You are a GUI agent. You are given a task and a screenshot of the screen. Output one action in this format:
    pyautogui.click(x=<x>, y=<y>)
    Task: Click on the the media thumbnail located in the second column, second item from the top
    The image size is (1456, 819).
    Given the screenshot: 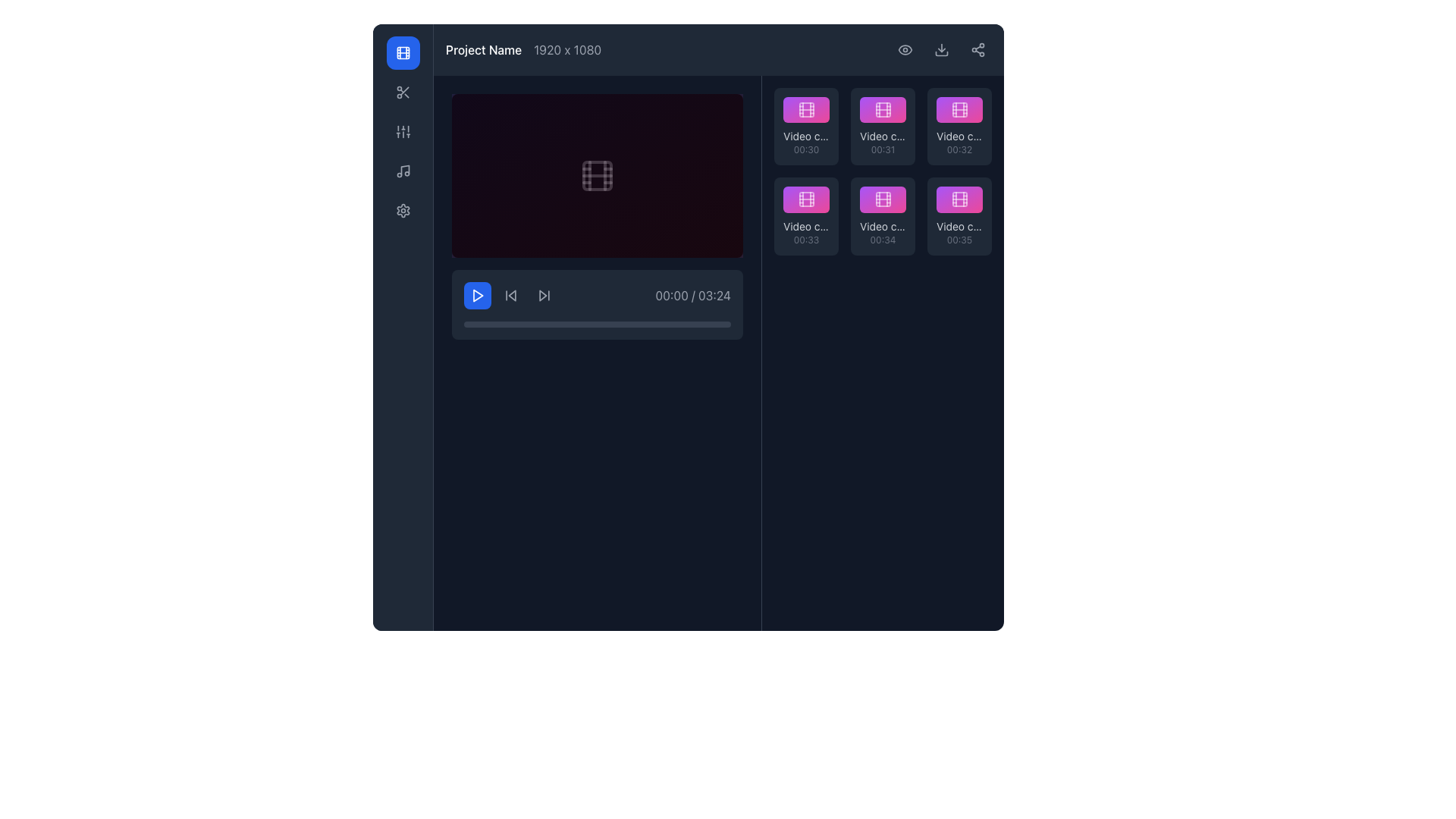 What is the action you would take?
    pyautogui.click(x=883, y=109)
    